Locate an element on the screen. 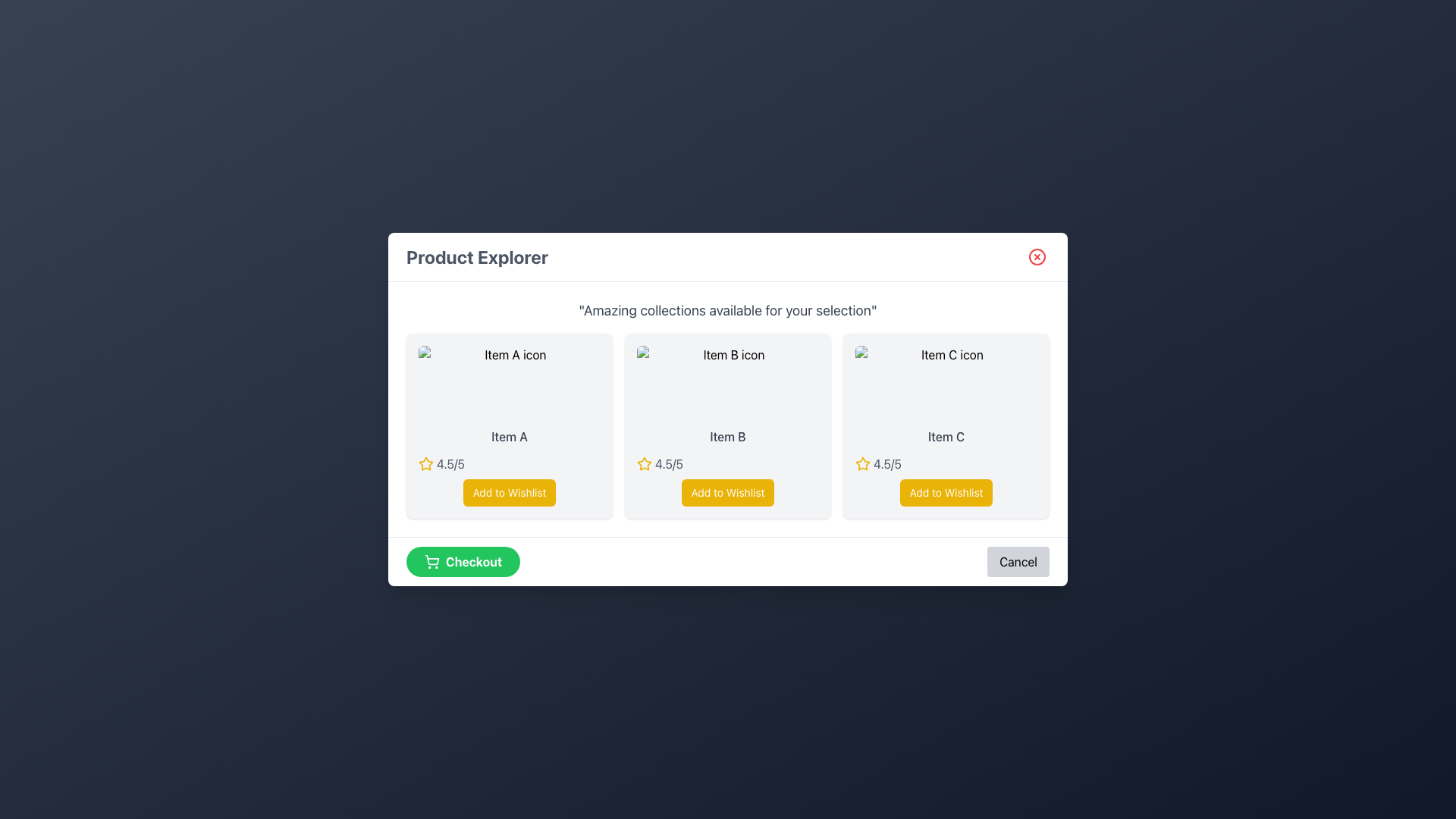 The width and height of the screenshot is (1456, 819). the shopping cart SVG icon located to the left of the 'Checkout' button at the bottom of the dialog interface is located at coordinates (431, 561).